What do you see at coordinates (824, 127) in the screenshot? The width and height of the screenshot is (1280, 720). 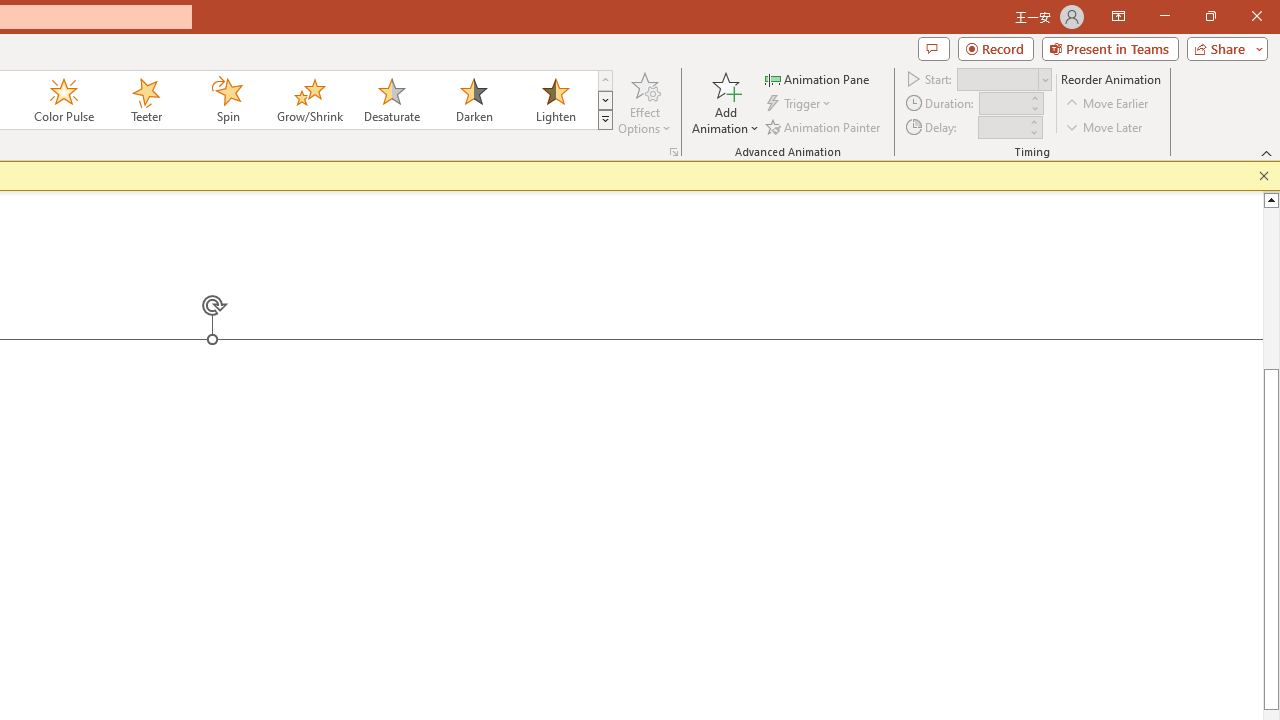 I see `'Animation Painter'` at bounding box center [824, 127].